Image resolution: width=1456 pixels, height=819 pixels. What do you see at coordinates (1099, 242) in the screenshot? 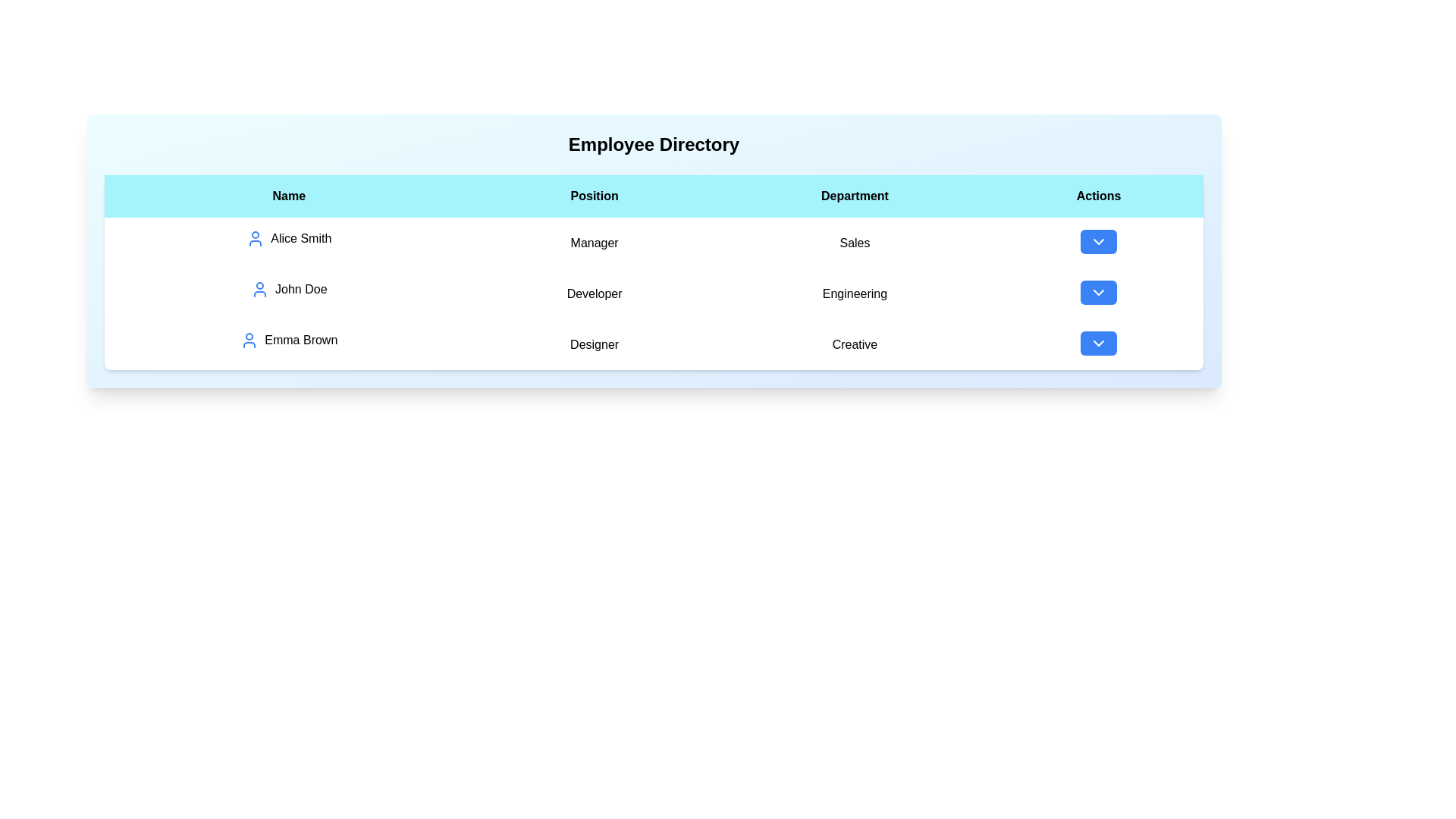
I see `the dropdown button located in the rightmost column of the row for 'Alice Smith'` at bounding box center [1099, 242].